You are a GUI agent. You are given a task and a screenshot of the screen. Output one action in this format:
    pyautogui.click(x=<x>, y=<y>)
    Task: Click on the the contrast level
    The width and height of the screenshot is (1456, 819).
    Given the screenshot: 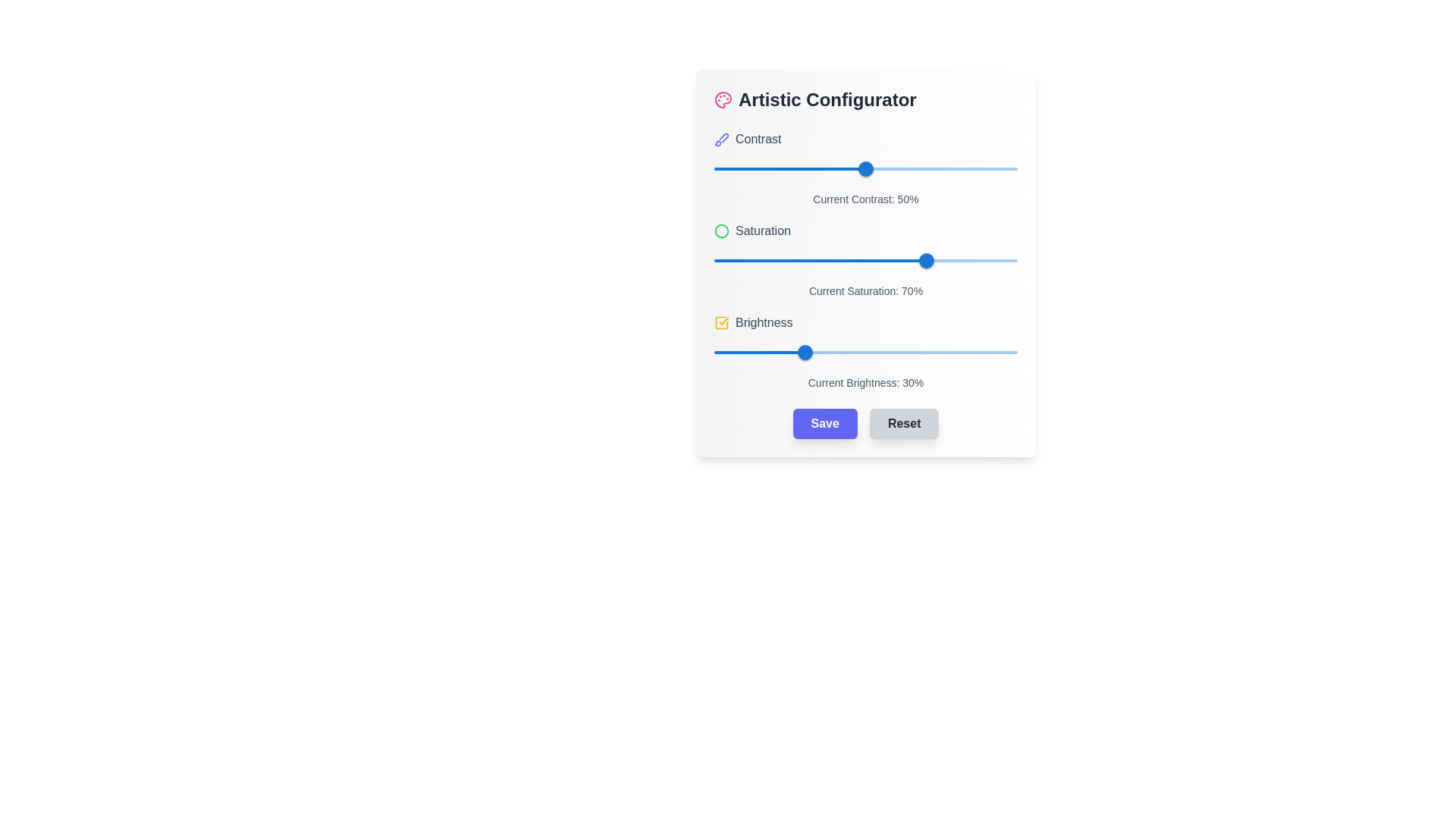 What is the action you would take?
    pyautogui.click(x=825, y=169)
    